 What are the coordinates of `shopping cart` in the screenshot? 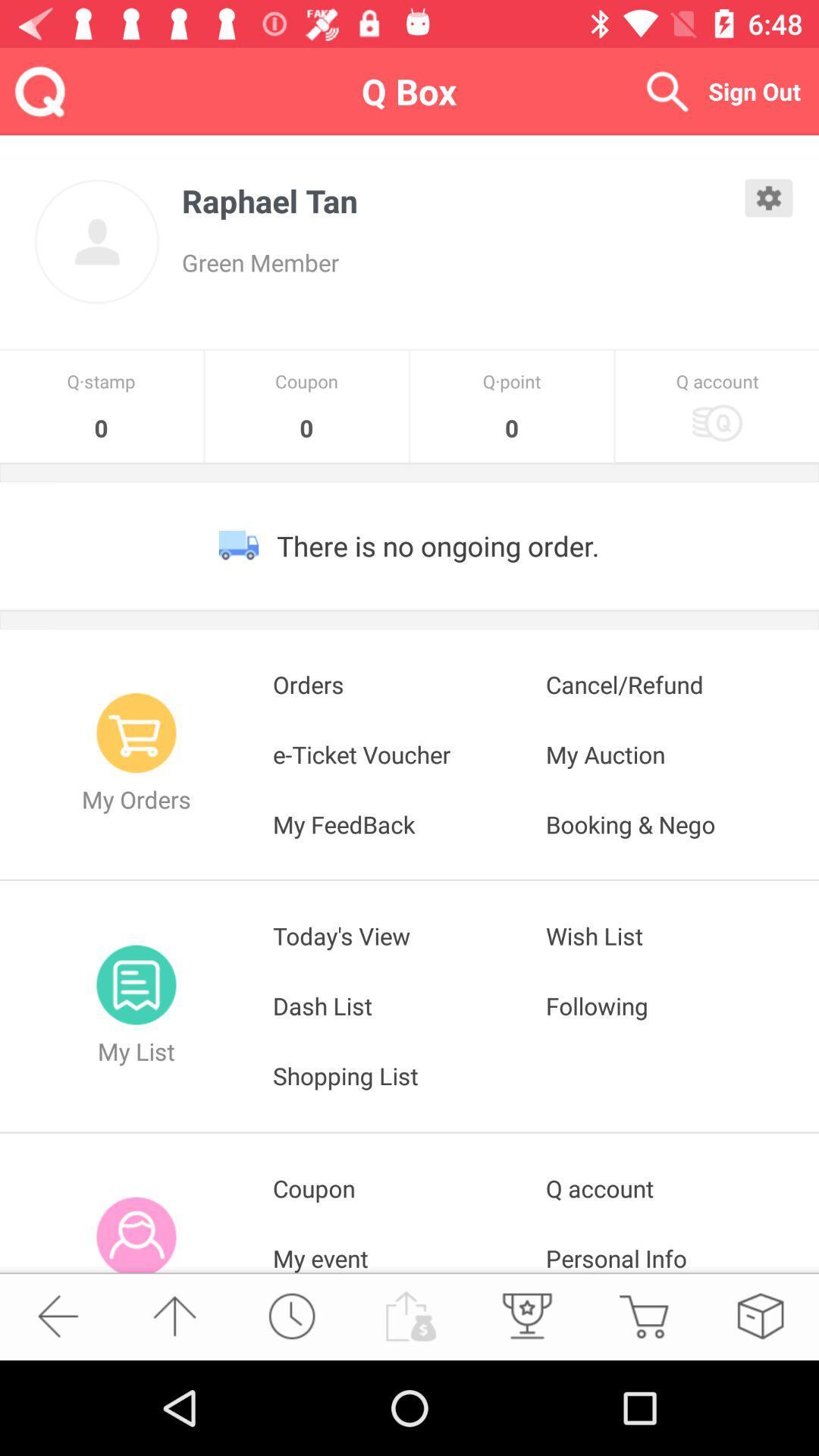 It's located at (643, 1315).